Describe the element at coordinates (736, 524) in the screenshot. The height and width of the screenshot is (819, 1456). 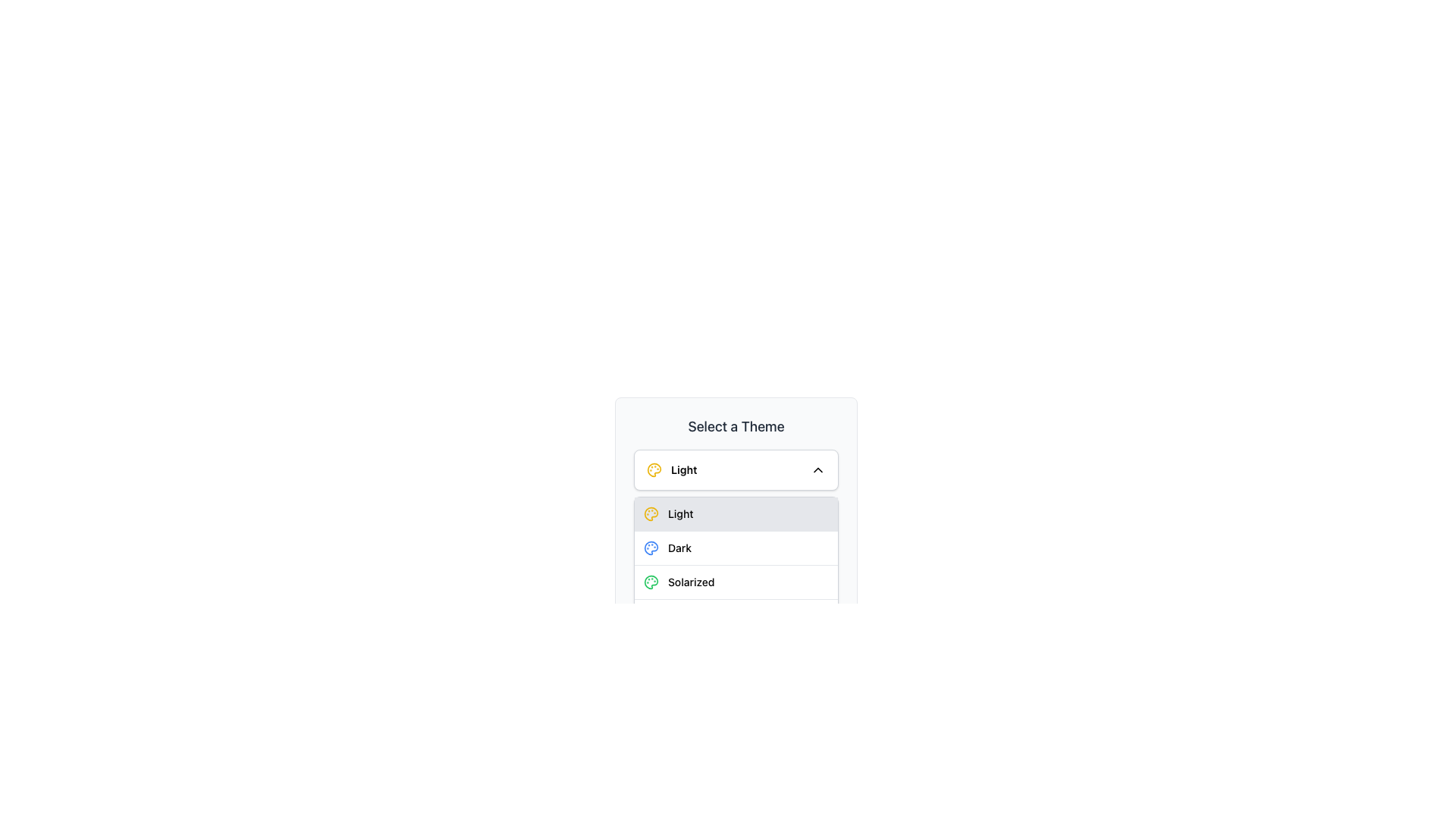
I see `the 'Light' theme option in the dropdown menu` at that location.